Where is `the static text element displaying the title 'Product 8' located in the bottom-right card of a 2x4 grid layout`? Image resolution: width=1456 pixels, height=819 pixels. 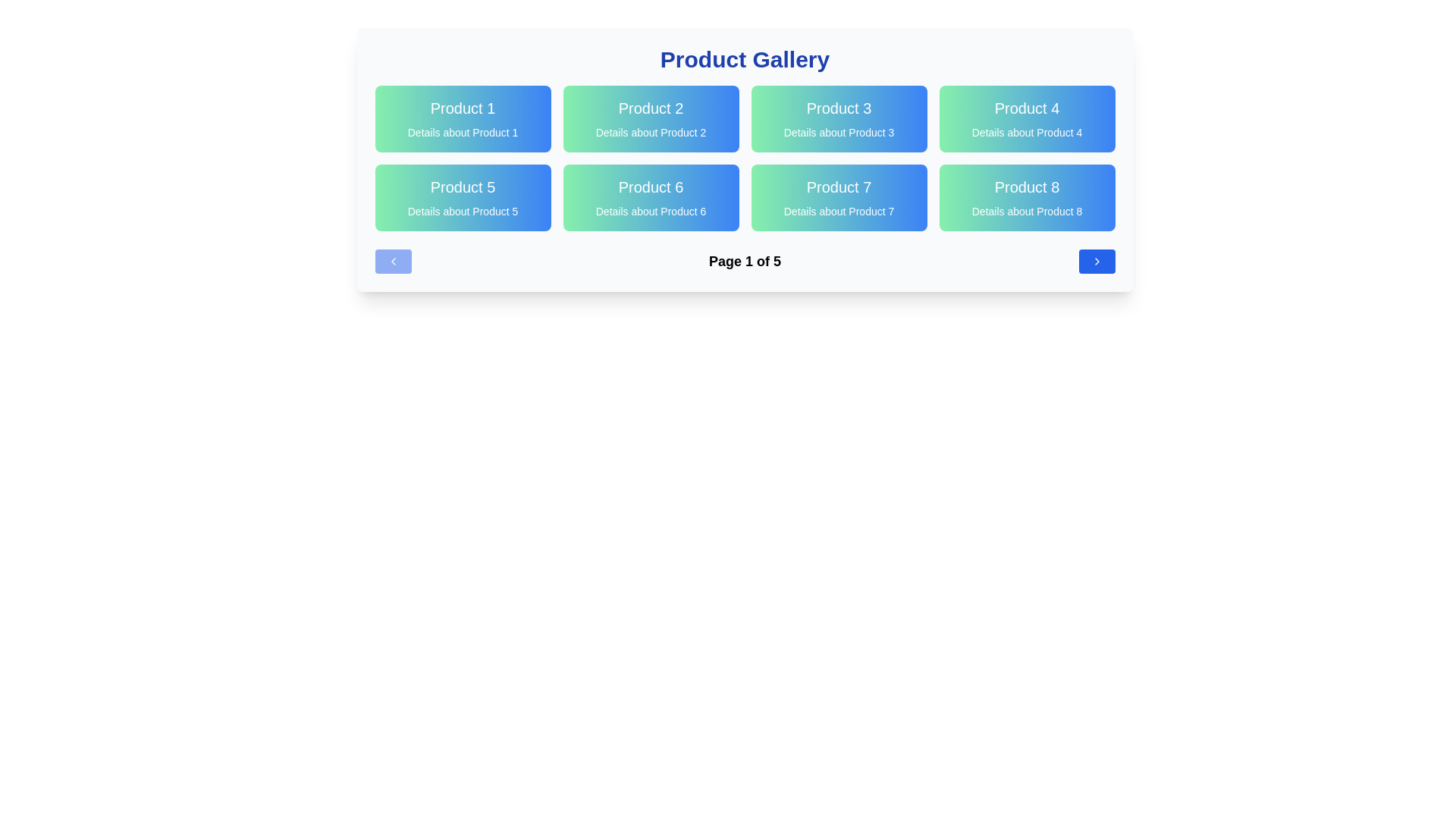 the static text element displaying the title 'Product 8' located in the bottom-right card of a 2x4 grid layout is located at coordinates (1027, 186).